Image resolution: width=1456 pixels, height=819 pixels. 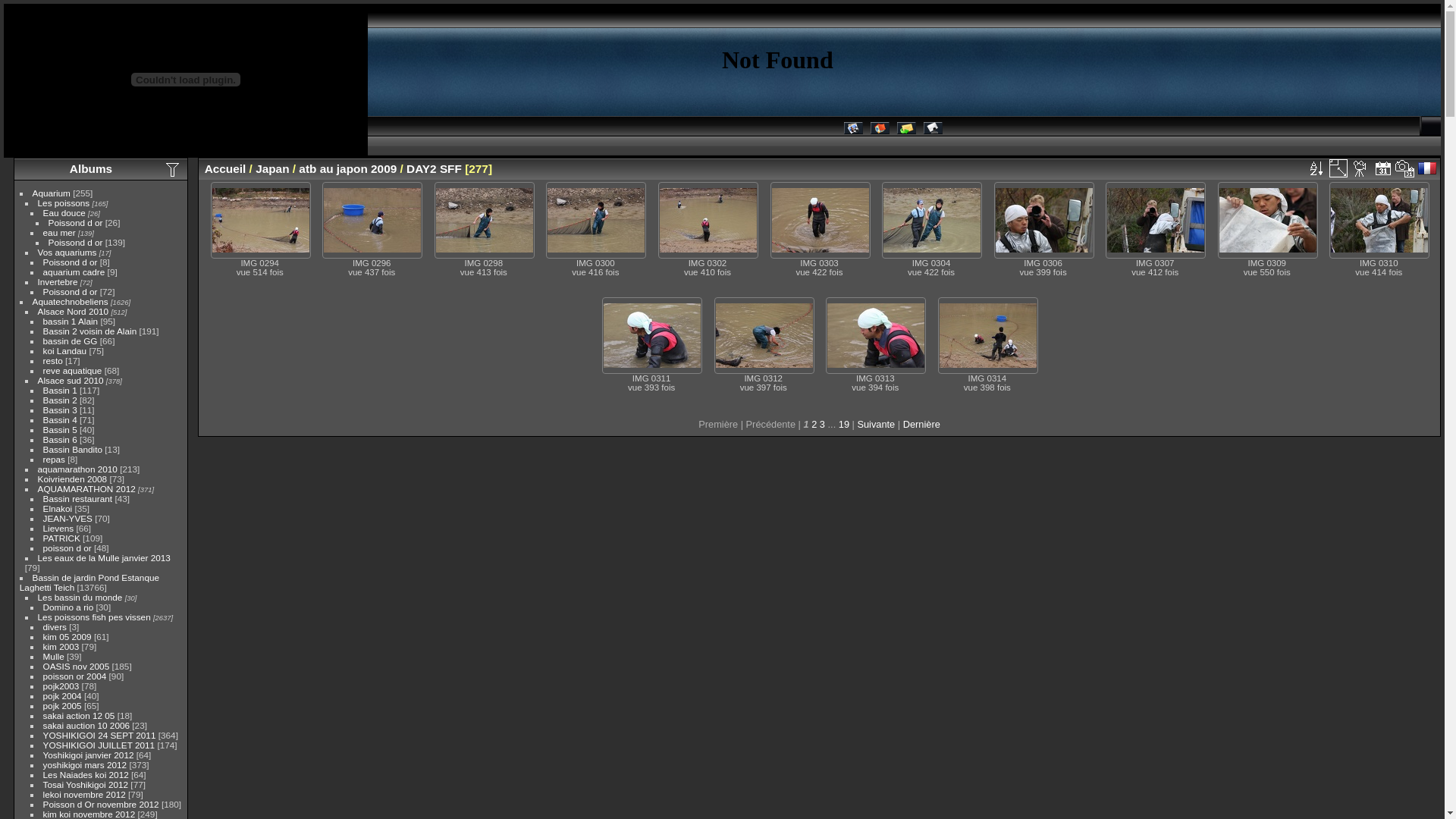 I want to click on 'IMG 0304 (422 visites)', so click(x=930, y=220).